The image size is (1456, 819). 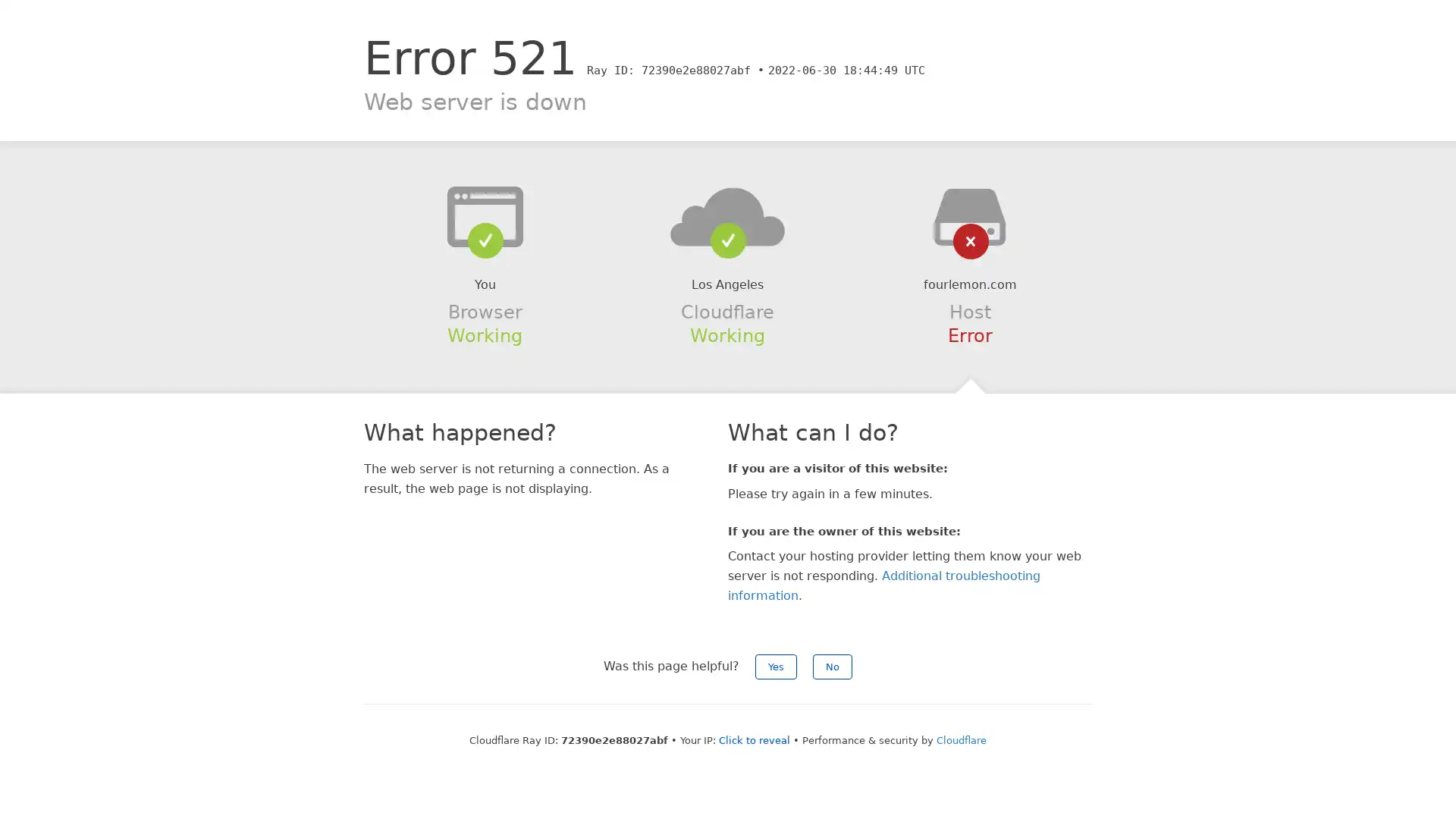 I want to click on Yes, so click(x=776, y=666).